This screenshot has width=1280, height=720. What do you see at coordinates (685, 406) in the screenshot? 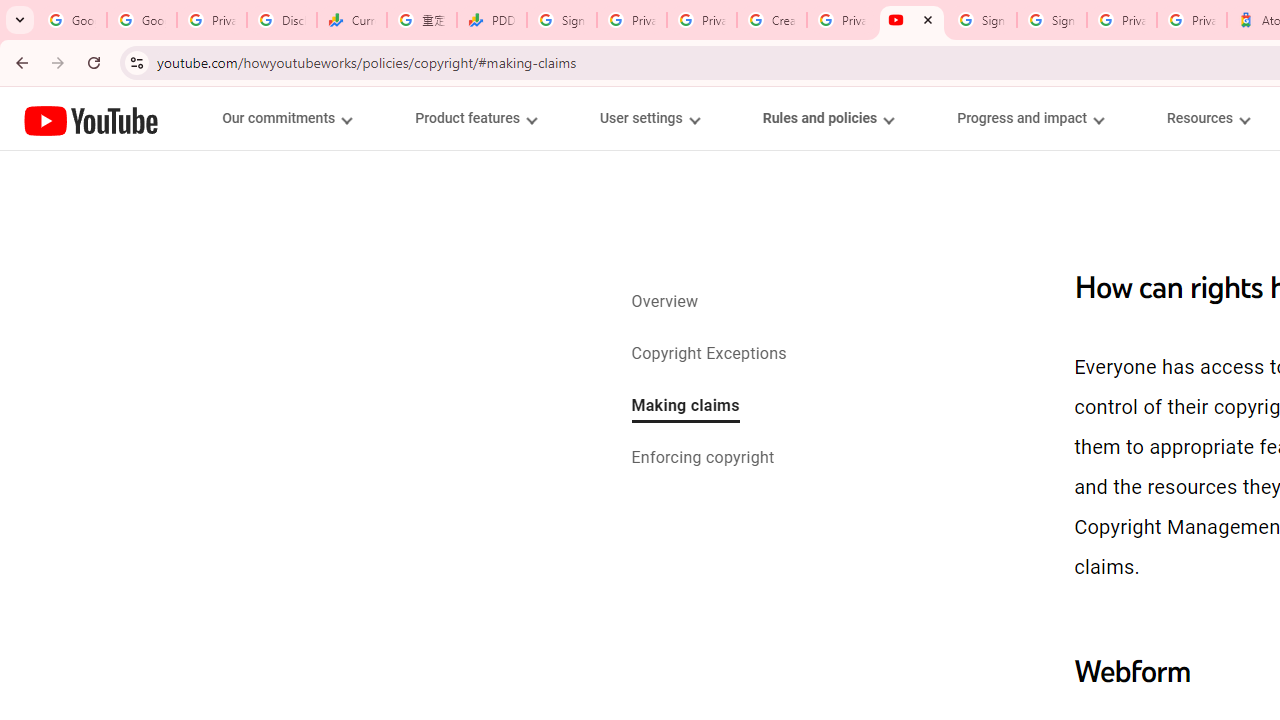
I see `'Making claims'` at bounding box center [685, 406].